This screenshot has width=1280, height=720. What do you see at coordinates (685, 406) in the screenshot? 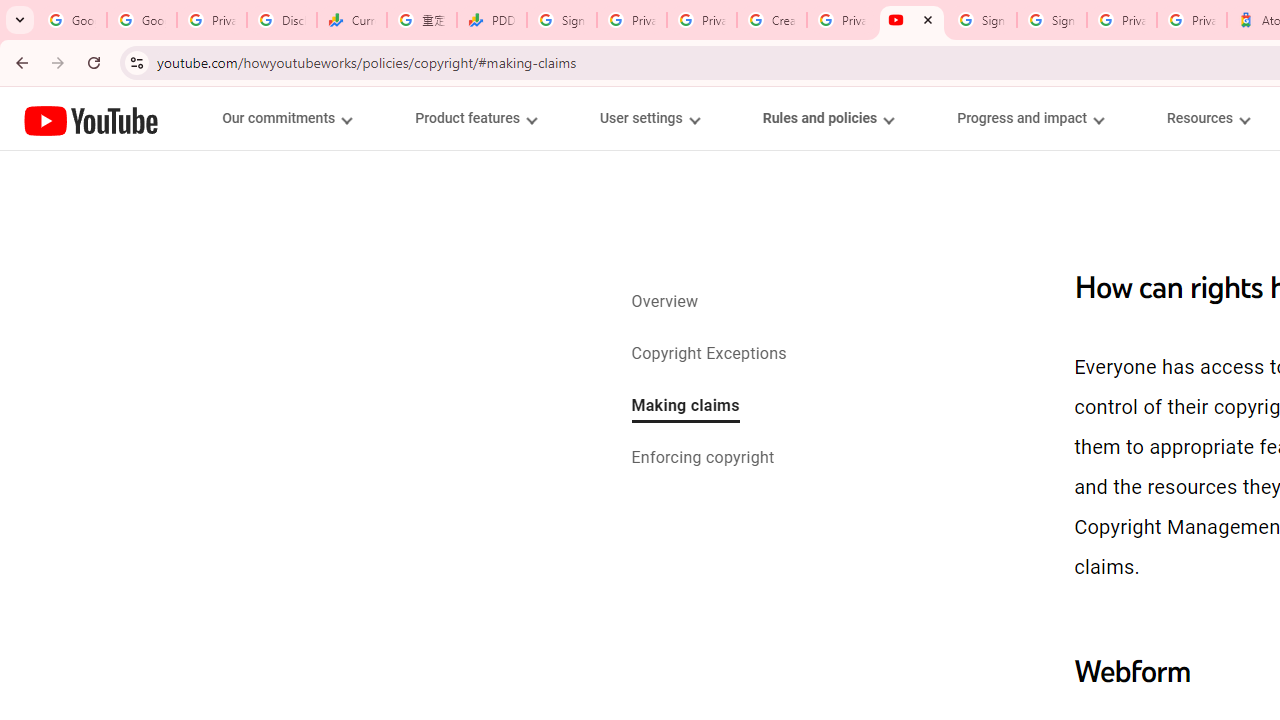
I see `'Making claims'` at bounding box center [685, 406].